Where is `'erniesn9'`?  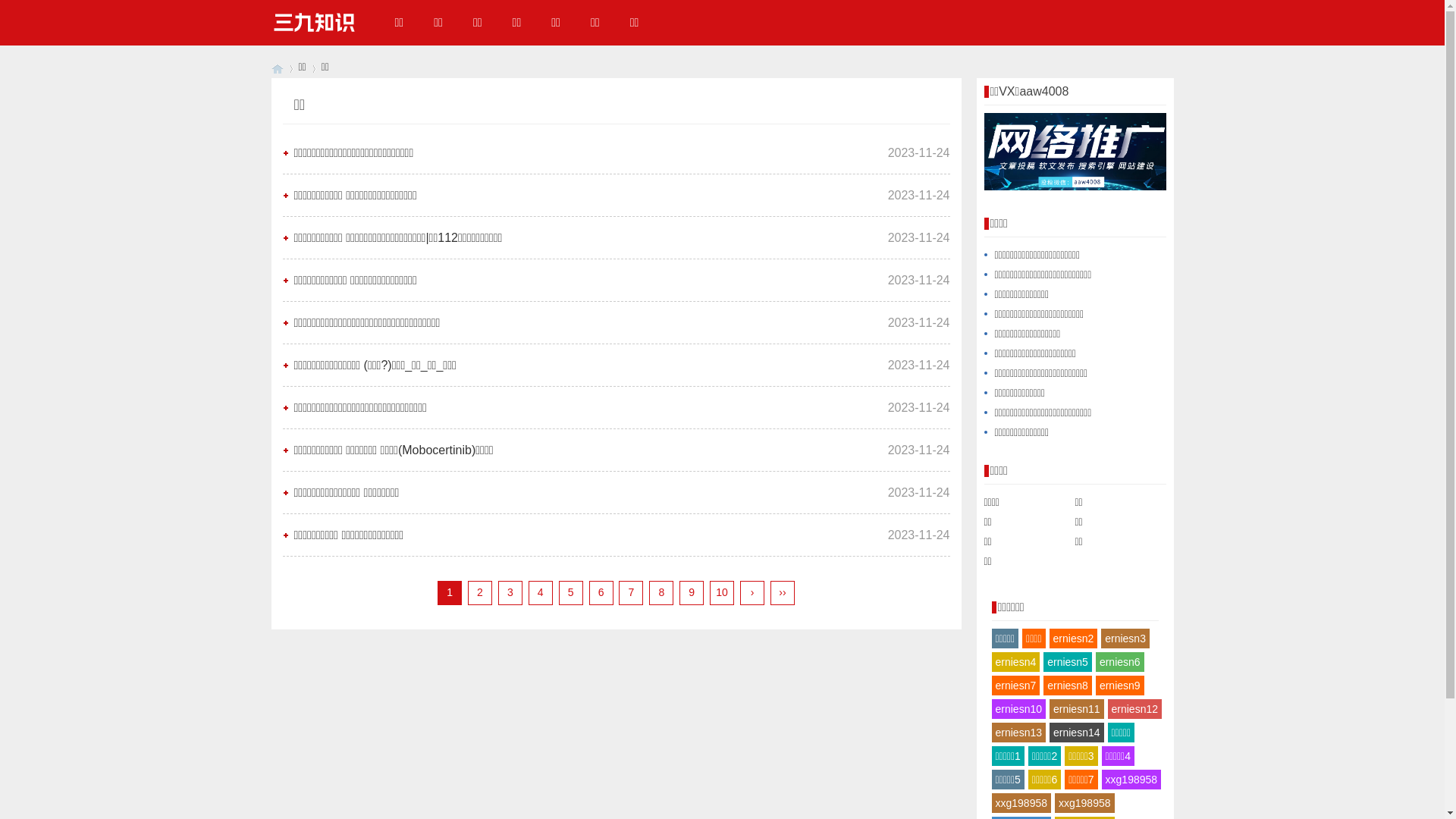
'erniesn9' is located at coordinates (1120, 685).